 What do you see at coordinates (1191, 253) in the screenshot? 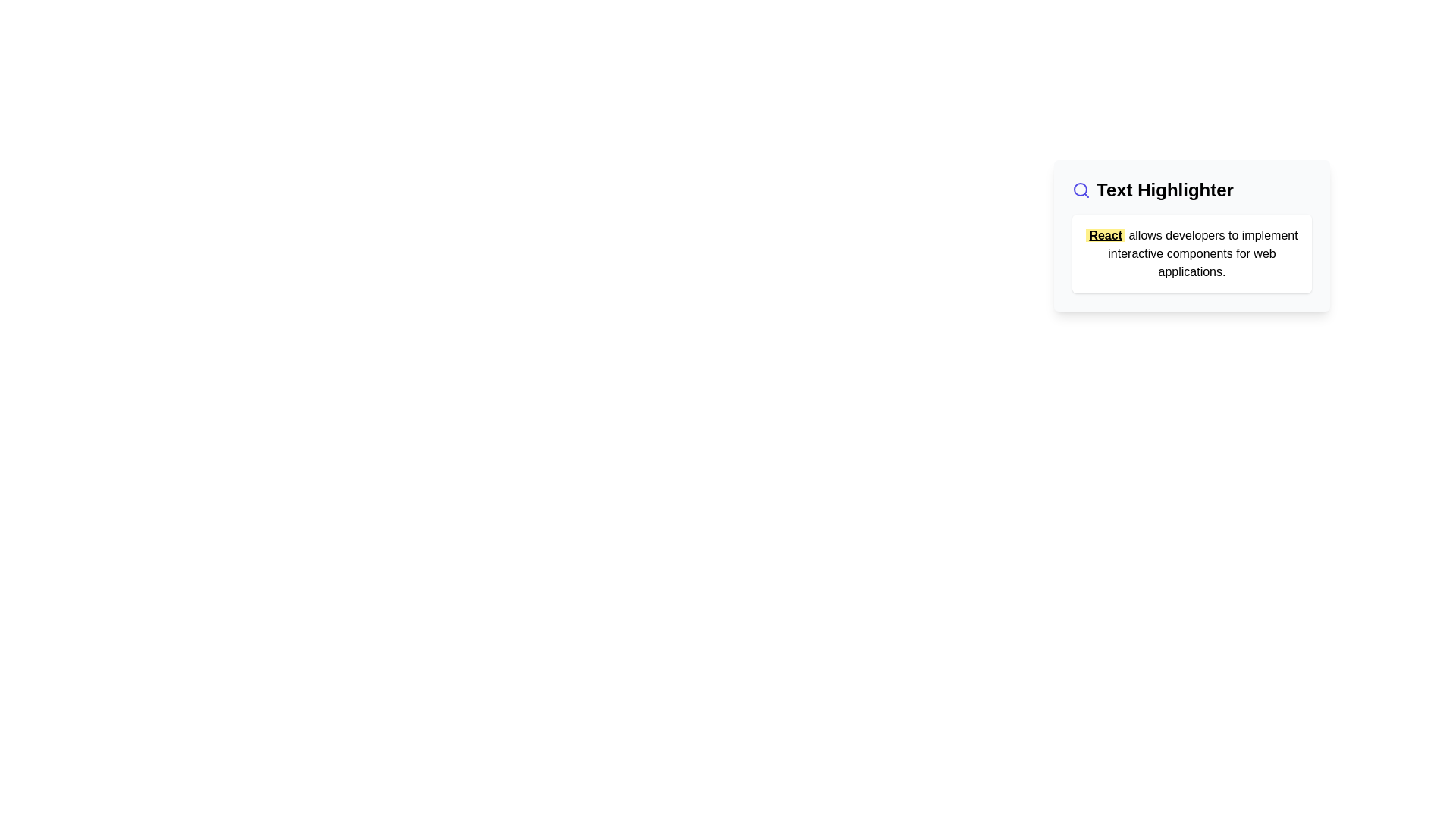
I see `the styled word 'React' located at the start of the descriptive text about React in the context of software or web development, if it is interactive` at bounding box center [1191, 253].